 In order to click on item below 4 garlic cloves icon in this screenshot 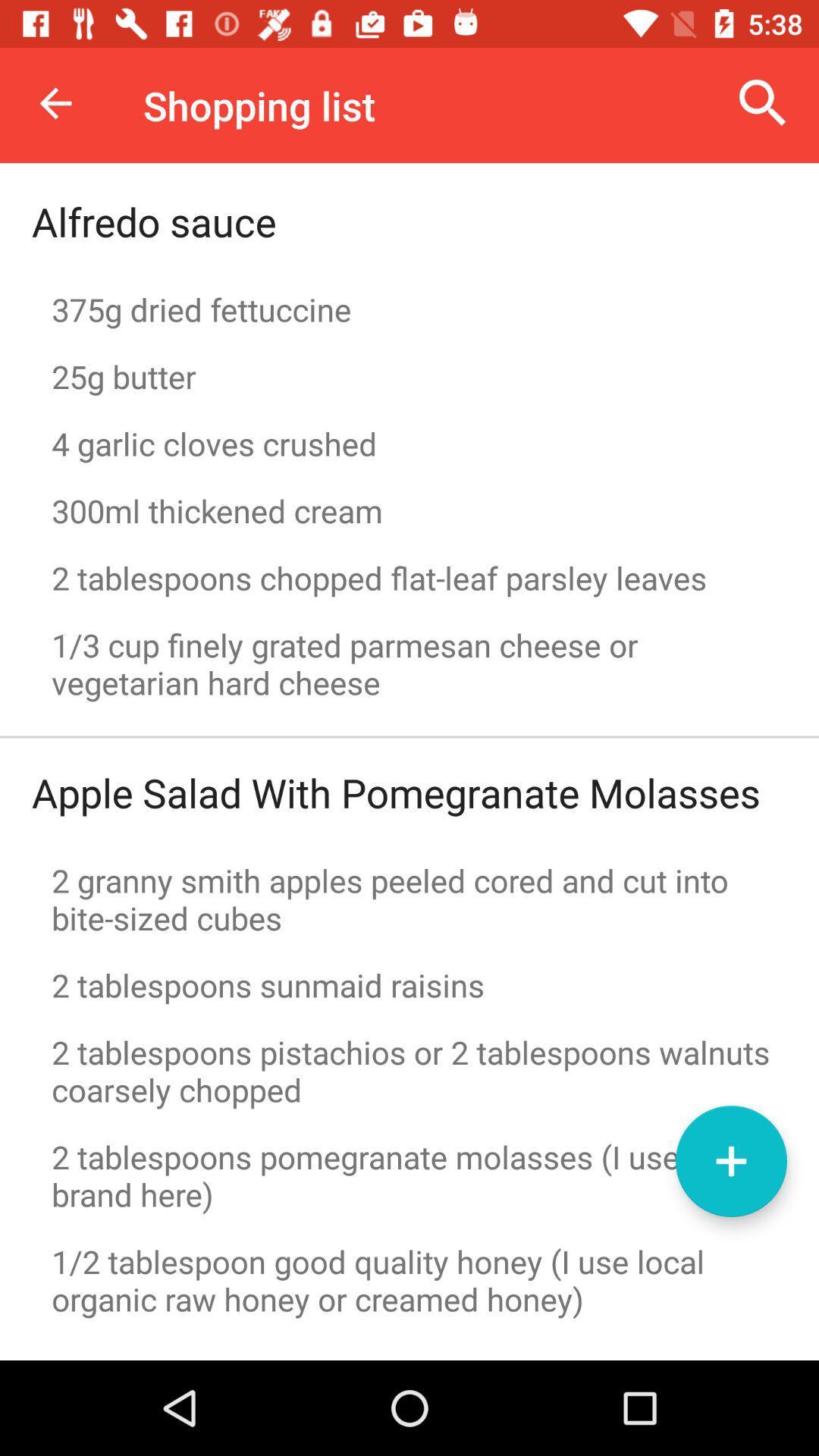, I will do `click(409, 510)`.